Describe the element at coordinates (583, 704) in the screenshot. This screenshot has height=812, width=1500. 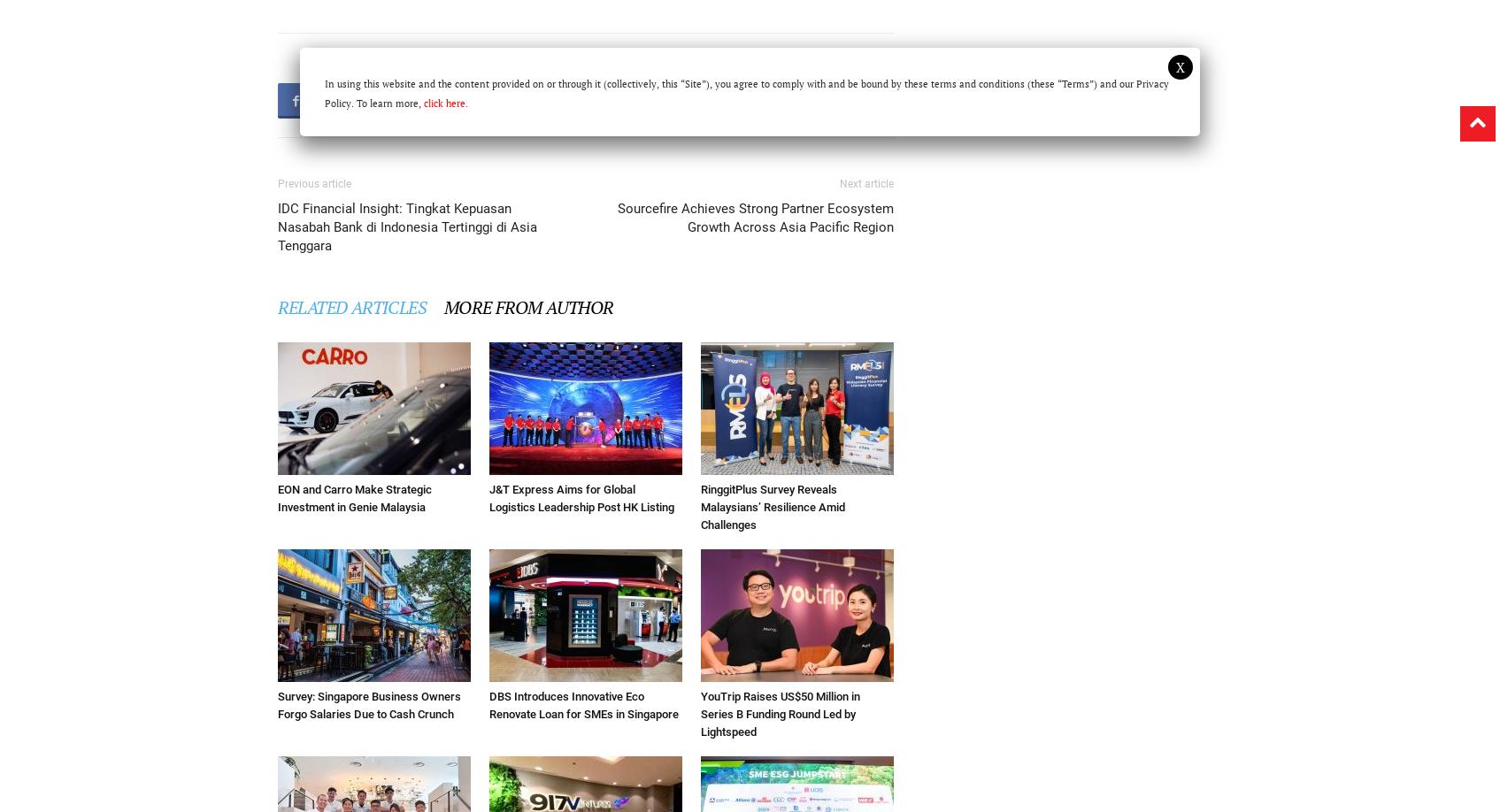
I see `'DBS Introduces Innovative Eco Renovate Loan for SMEs in Singapore'` at that location.